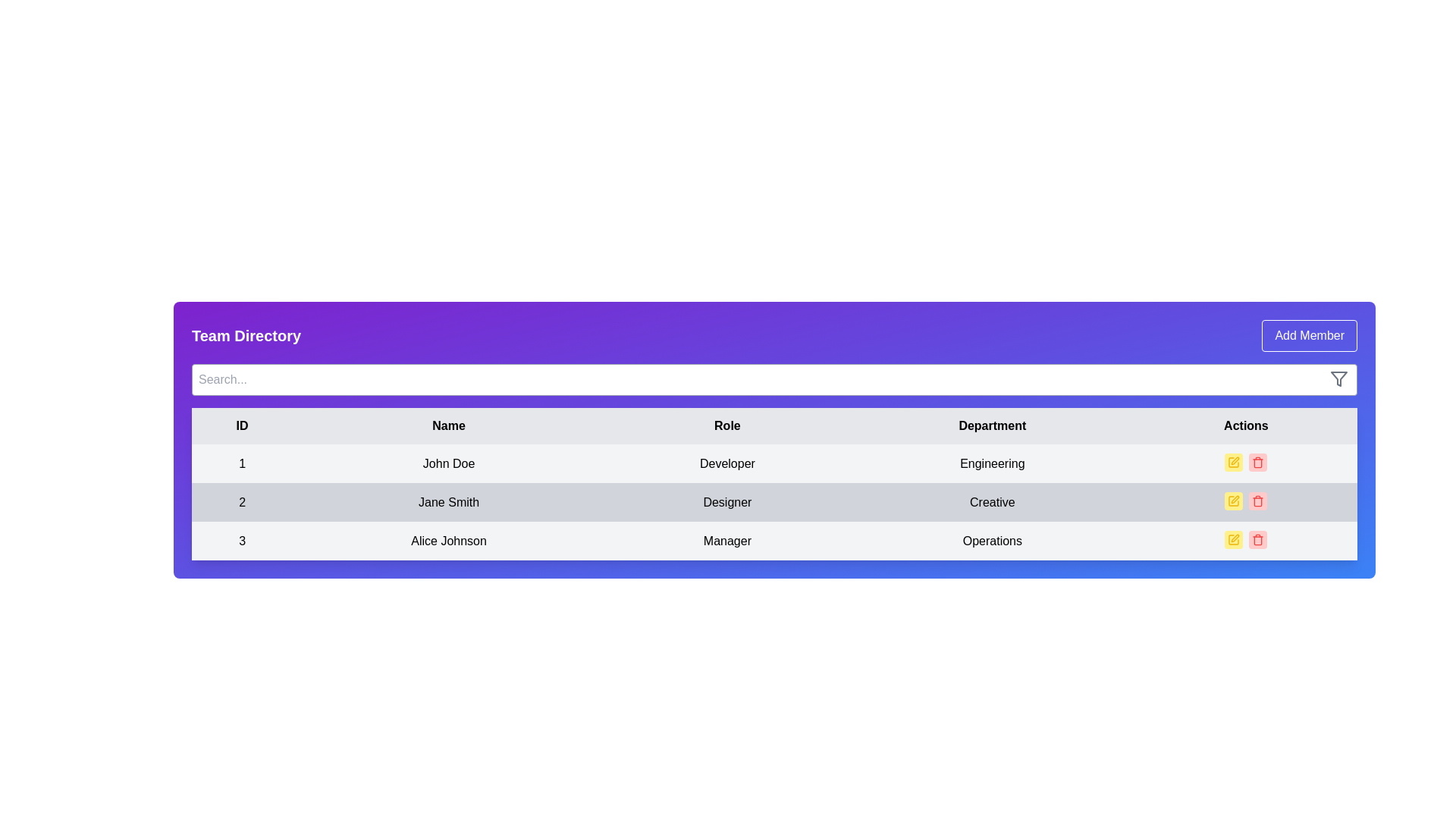  I want to click on the filter icon located in the top-right portion of the toolbar section, so click(1339, 378).